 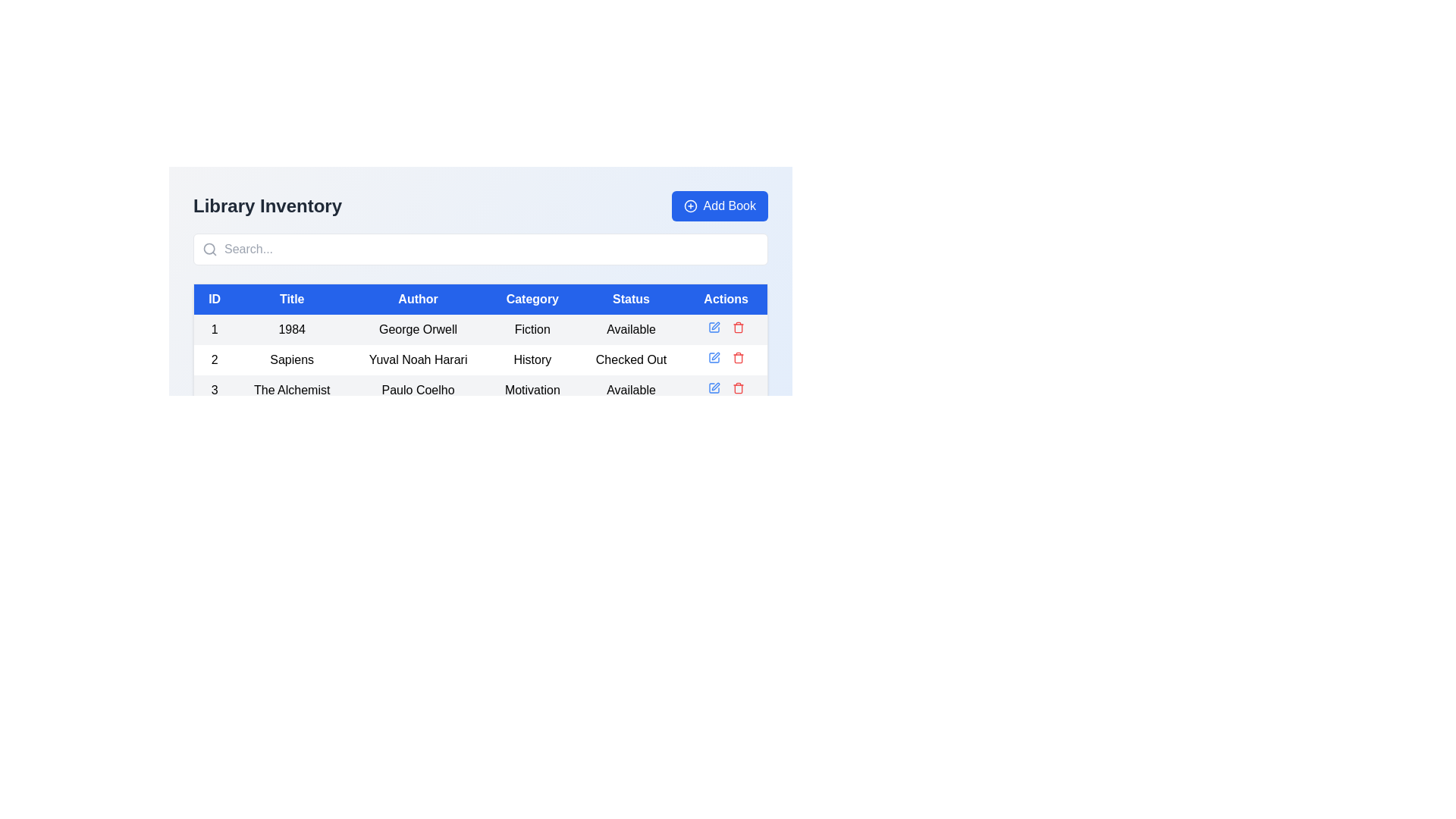 I want to click on the blue edit icon button, which resembles a pen, located, so click(x=713, y=357).